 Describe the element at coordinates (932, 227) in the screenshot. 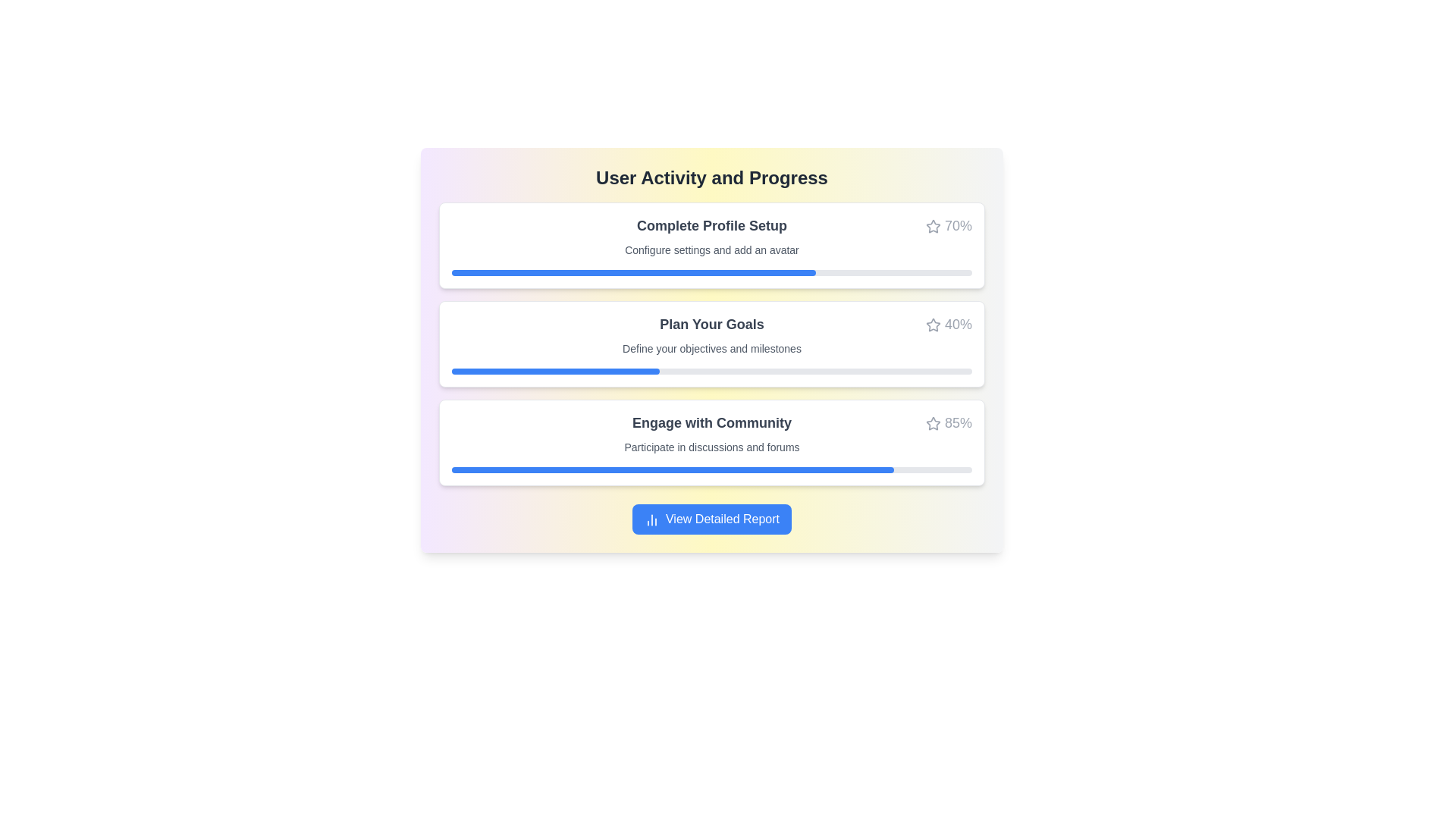

I see `the star-shaped icon outlined in gray next to the '70%' text label on the 'Complete Profile Setup' card` at that location.